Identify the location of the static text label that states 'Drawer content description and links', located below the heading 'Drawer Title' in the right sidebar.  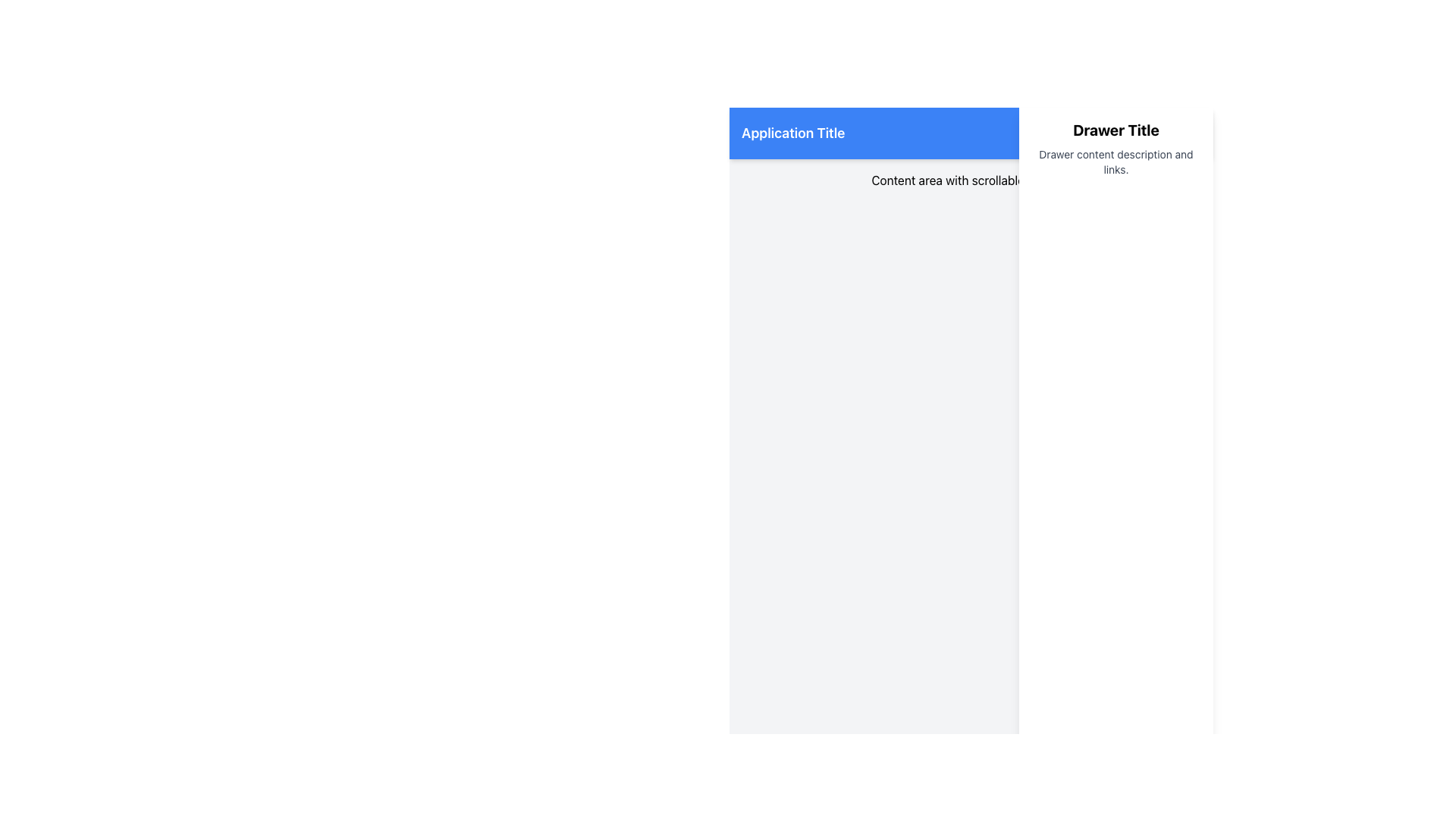
(1116, 162).